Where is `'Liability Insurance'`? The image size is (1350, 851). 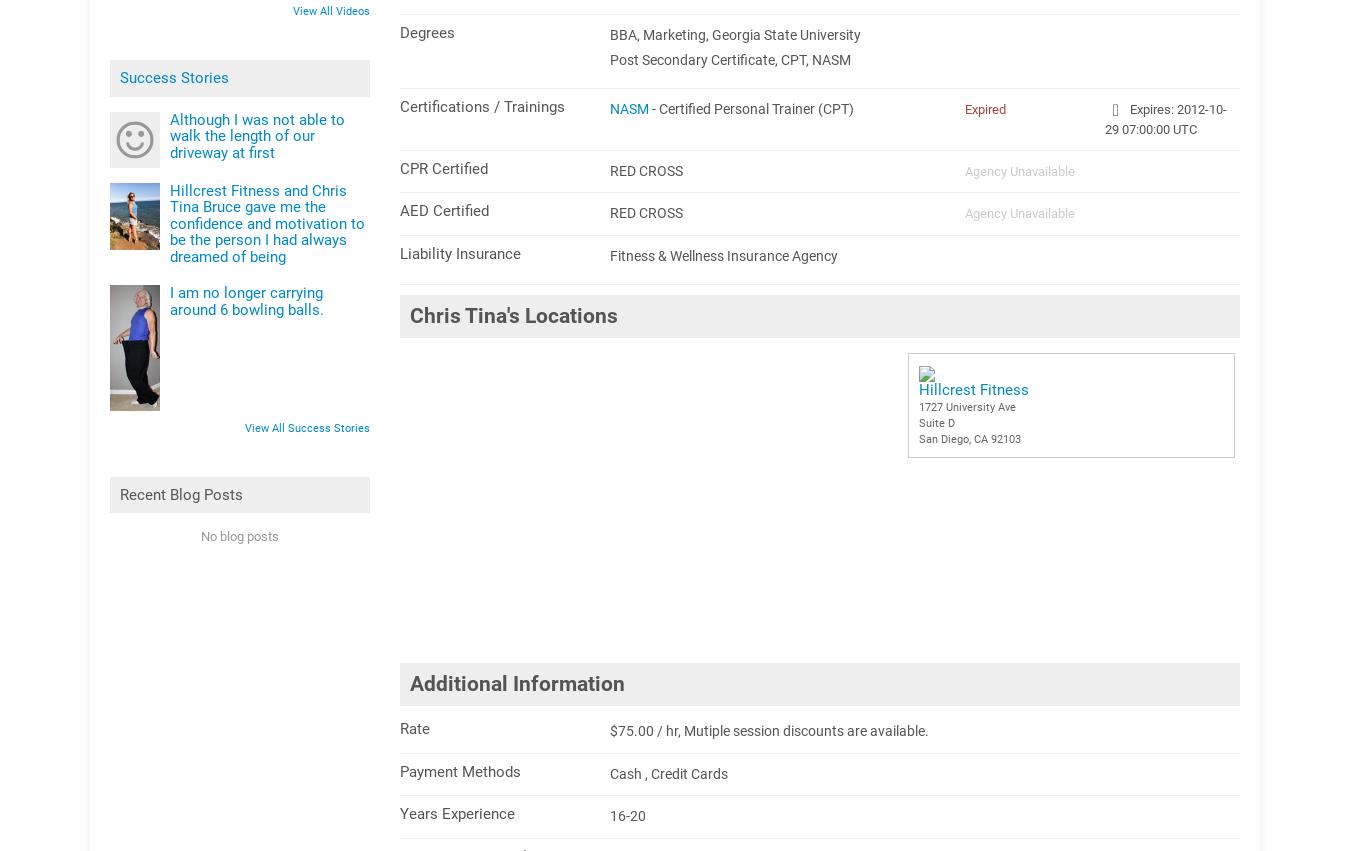 'Liability Insurance' is located at coordinates (459, 252).